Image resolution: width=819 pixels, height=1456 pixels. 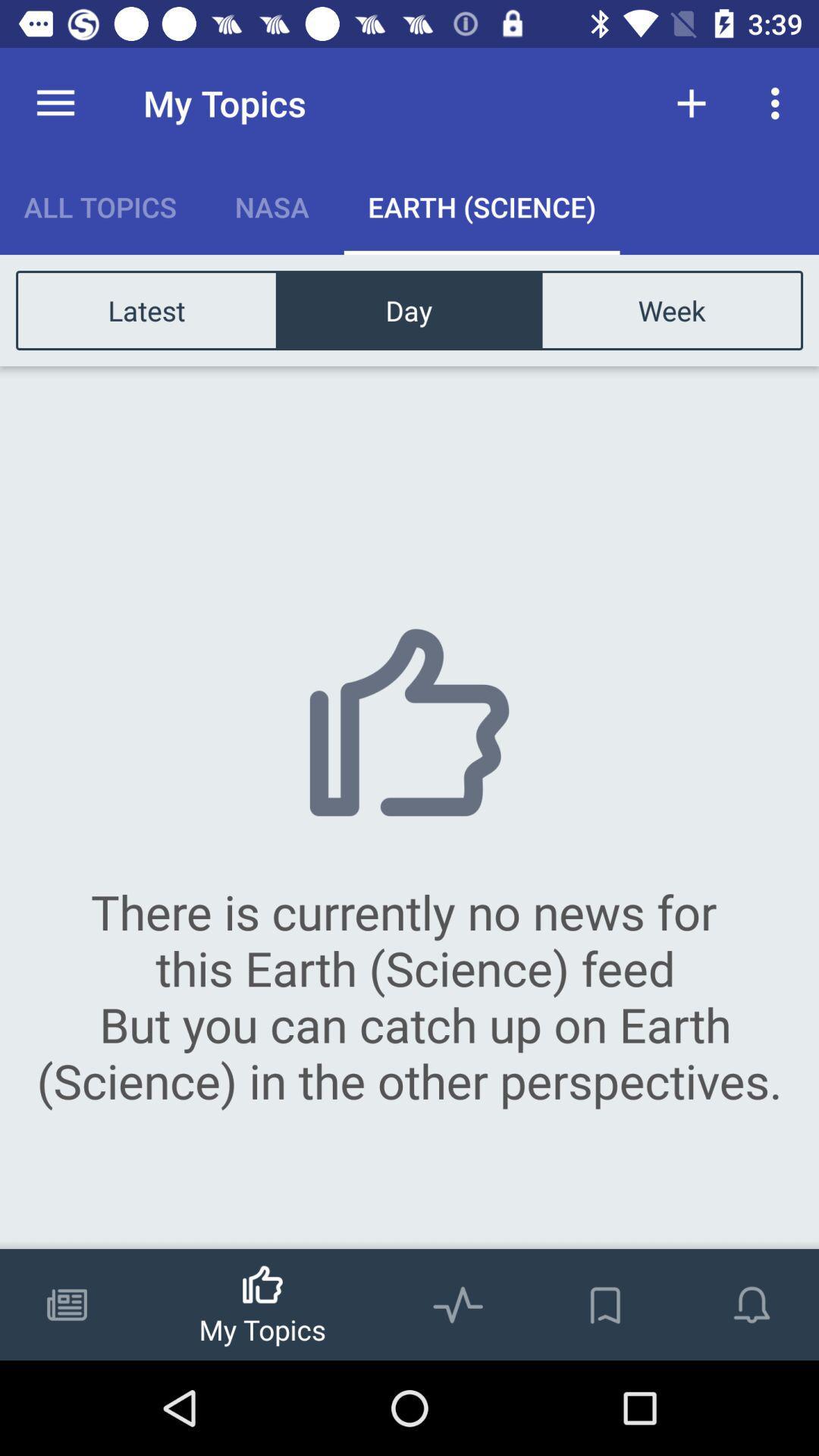 What do you see at coordinates (146, 309) in the screenshot?
I see `item next to the day` at bounding box center [146, 309].